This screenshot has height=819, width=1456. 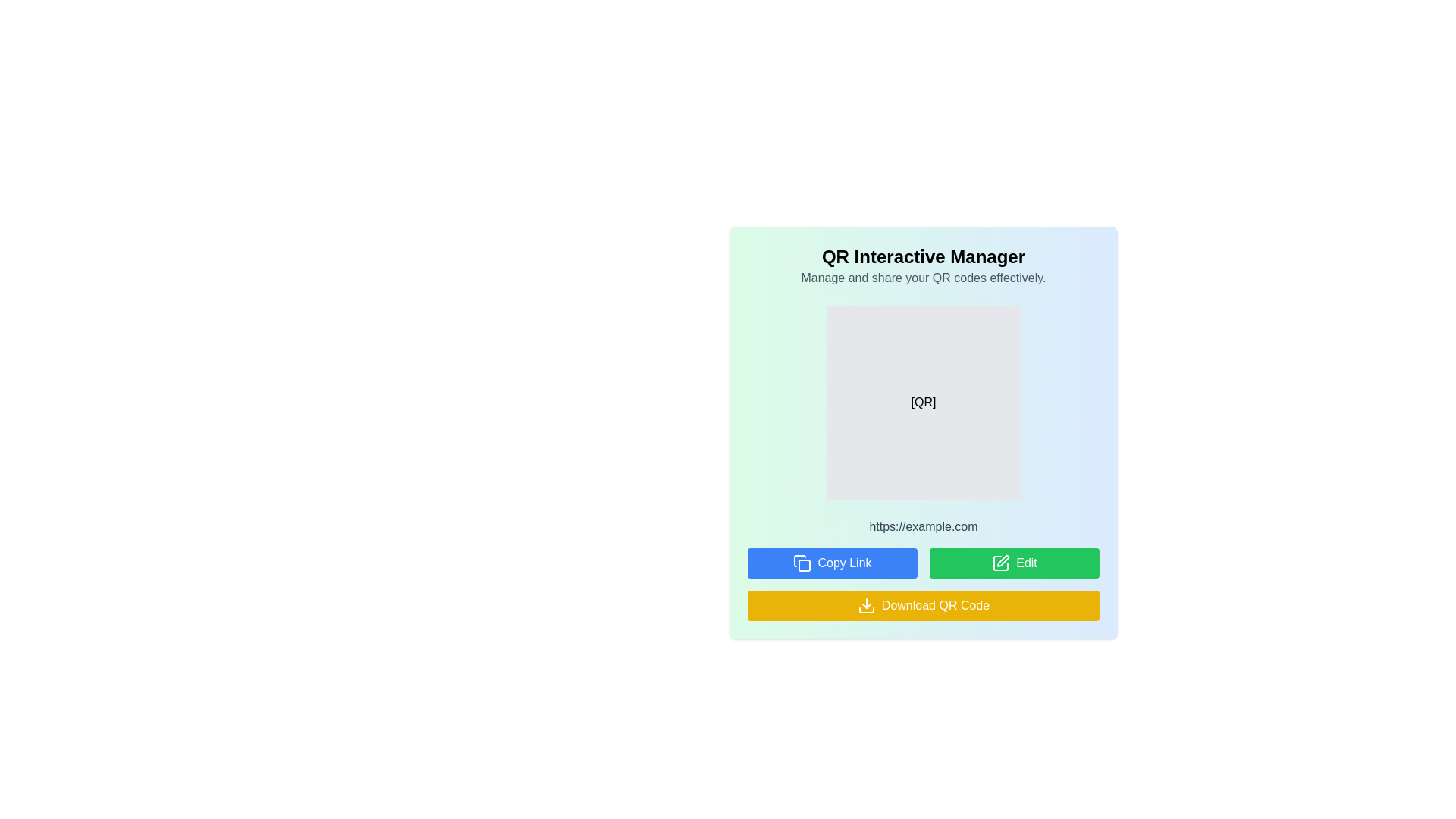 What do you see at coordinates (799, 561) in the screenshot?
I see `the graphical icon resembling a sheet of paper with a folded corner located within the 'Copy Link' button, which is the leftmost button of three at the bottom of the card` at bounding box center [799, 561].